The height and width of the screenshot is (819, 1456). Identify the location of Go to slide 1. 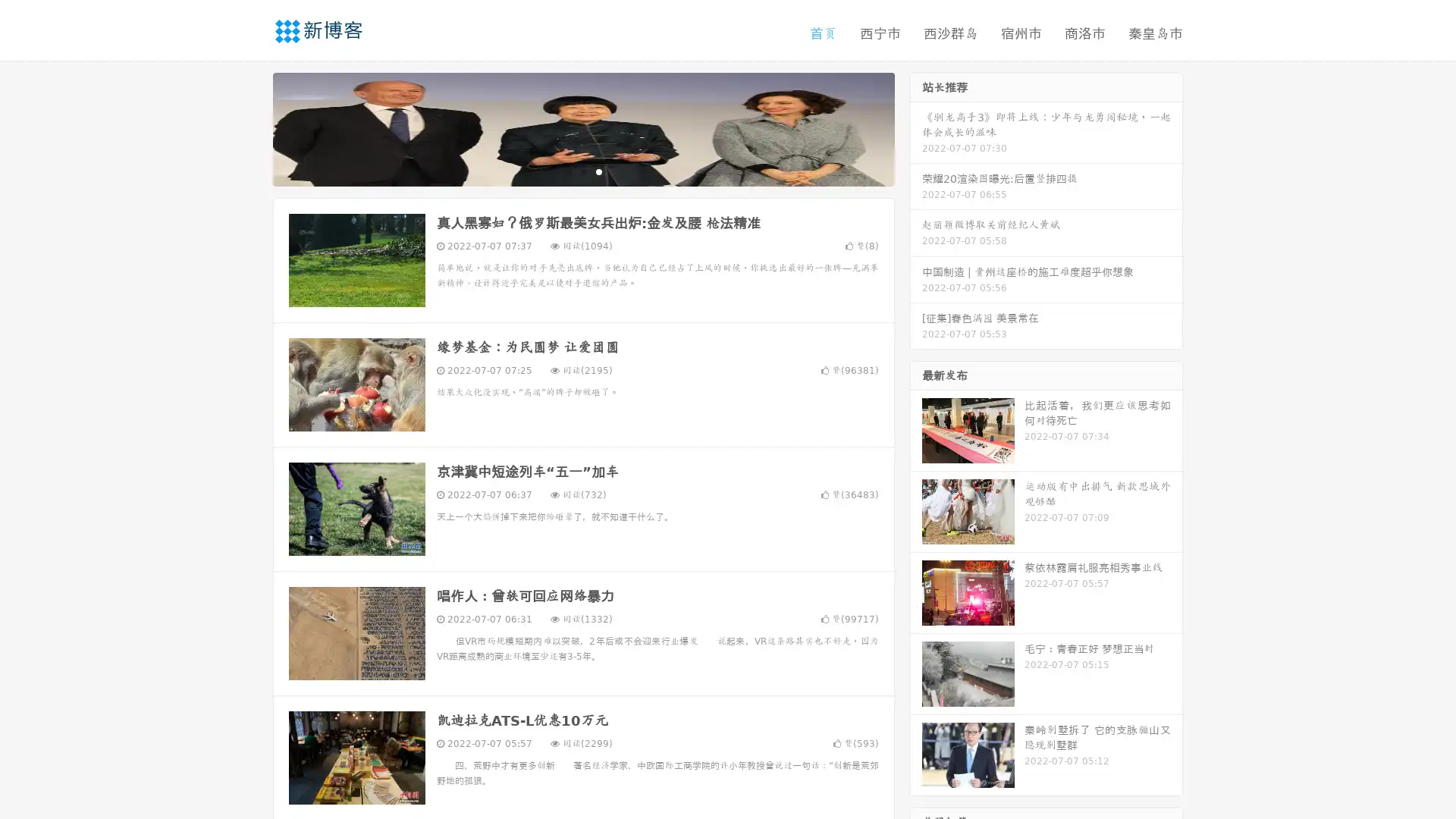
(567, 171).